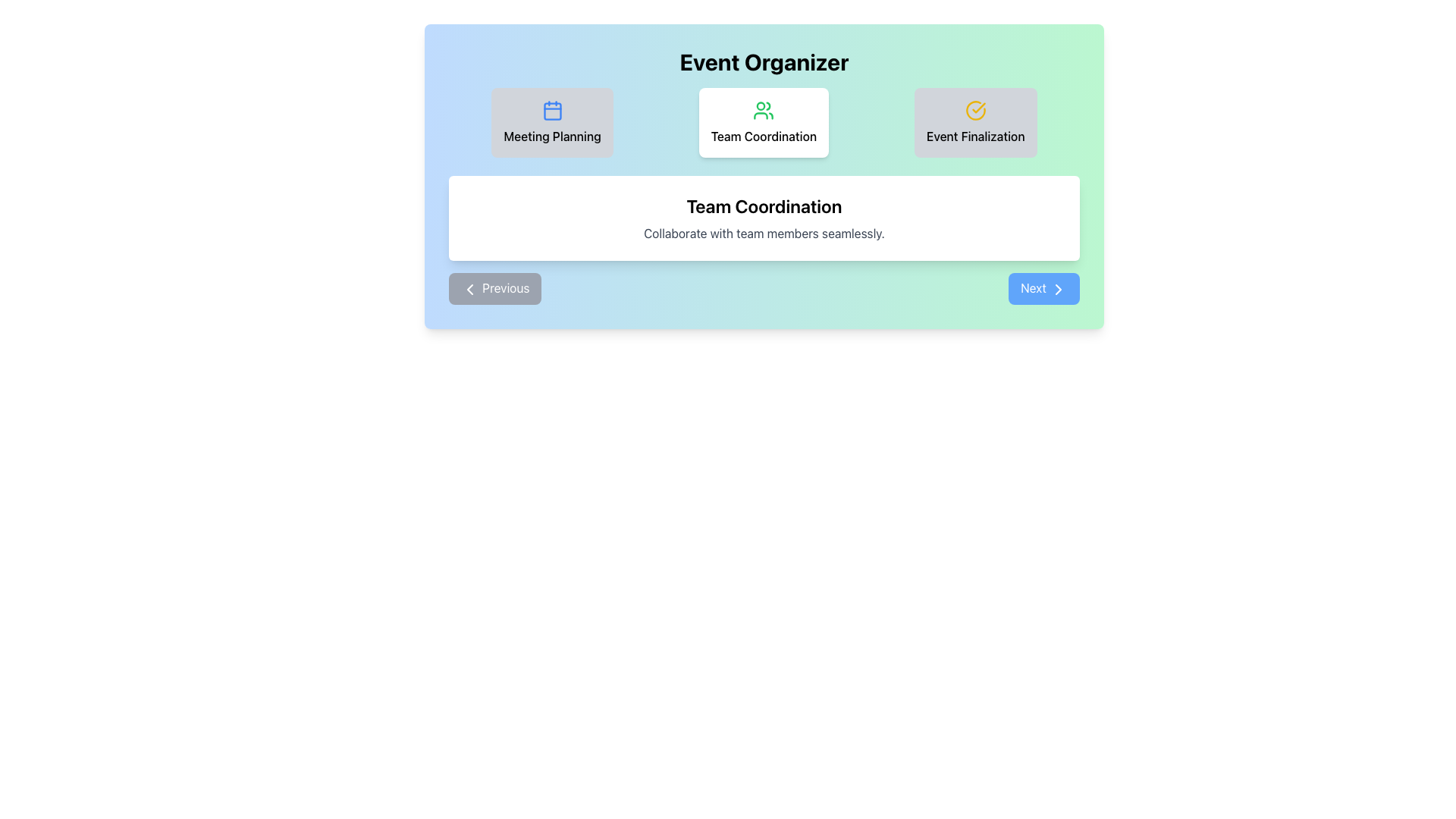 The height and width of the screenshot is (819, 1456). Describe the element at coordinates (975, 110) in the screenshot. I see `the circular icon with a checkmark inside it, which has a yellow outline, located above the text 'Event Finalization' in the rightmost card` at that location.